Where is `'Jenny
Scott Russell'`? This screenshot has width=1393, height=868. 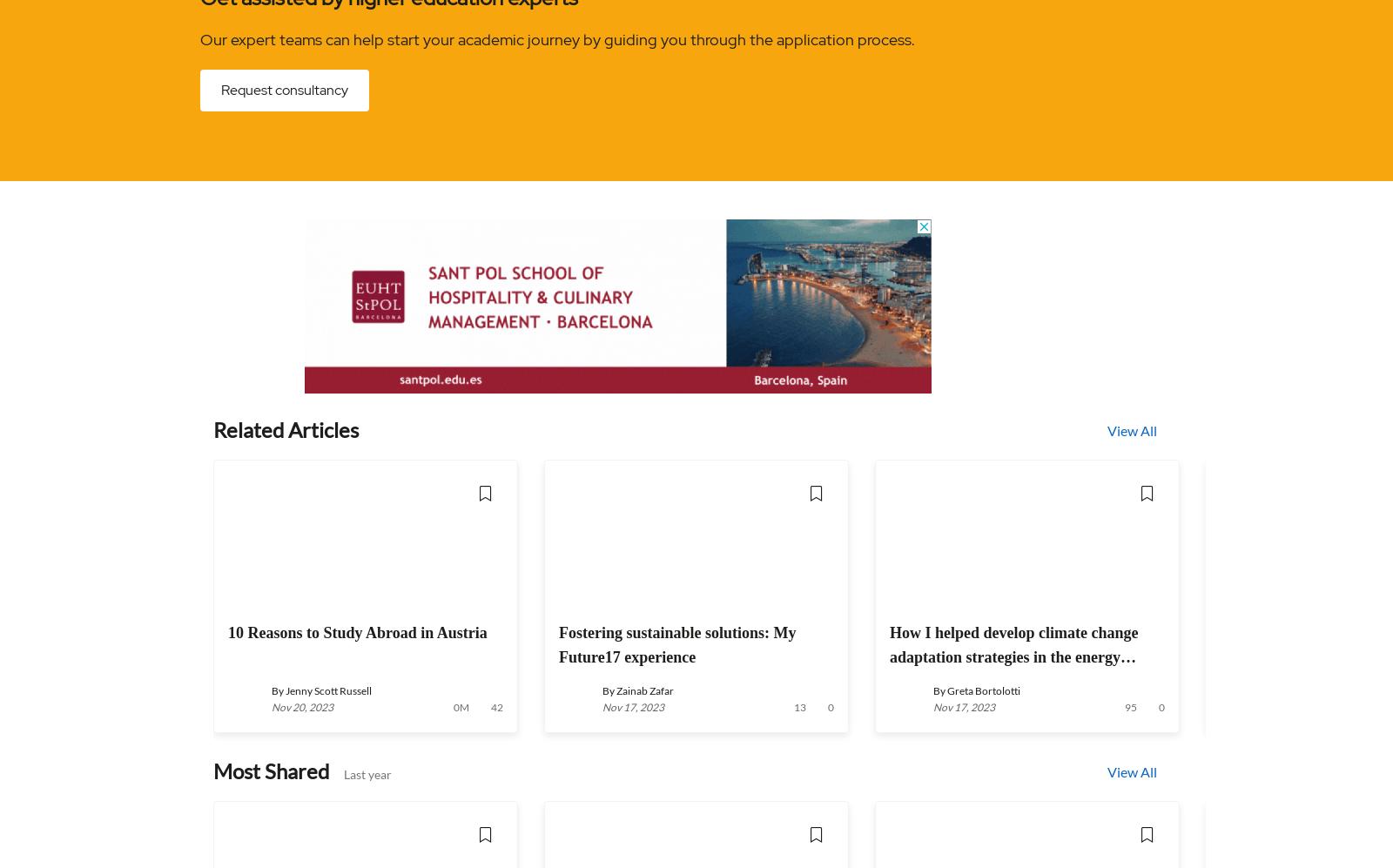
'Jenny
Scott Russell' is located at coordinates (286, 690).